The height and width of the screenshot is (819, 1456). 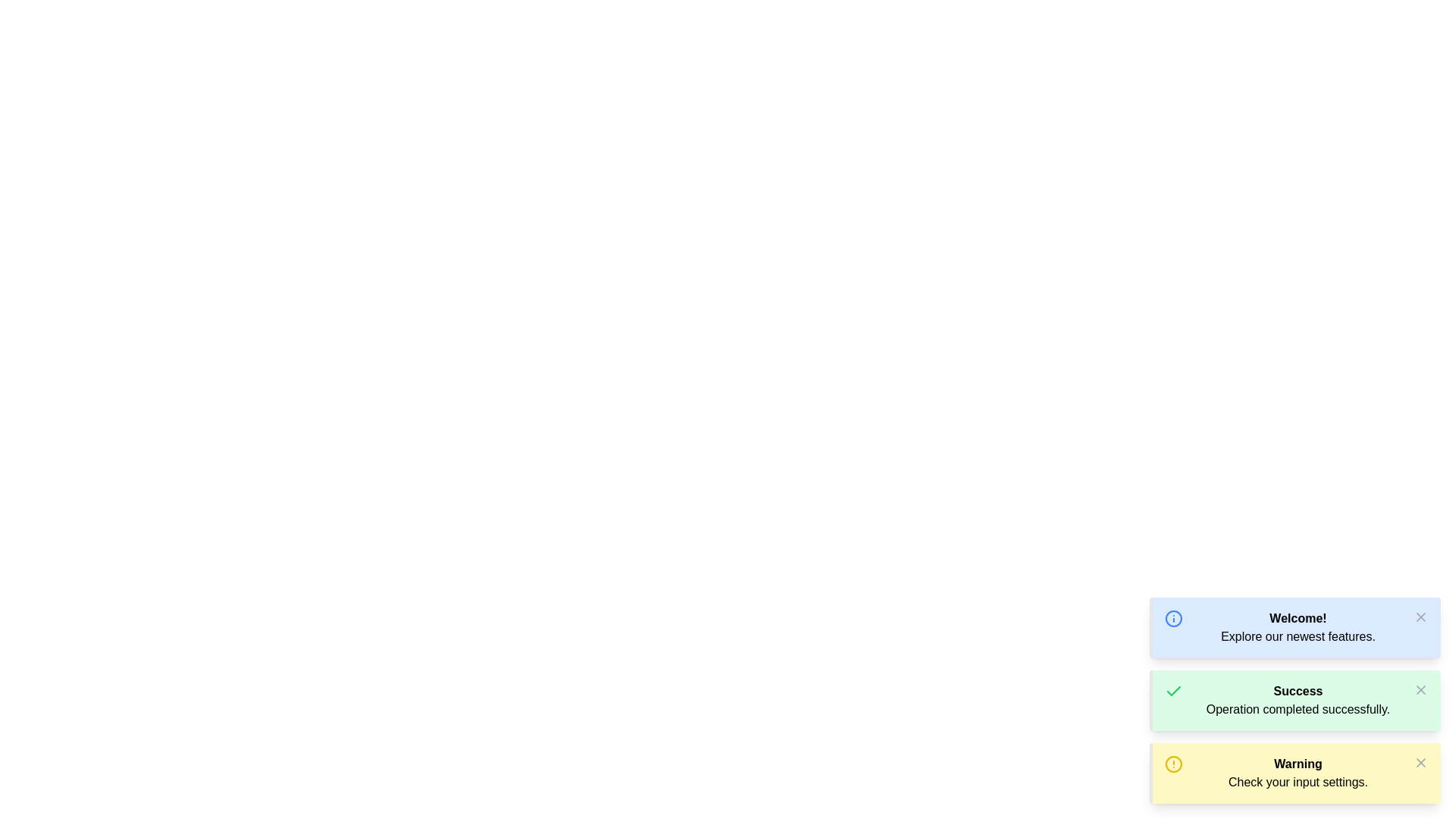 What do you see at coordinates (1173, 619) in the screenshot?
I see `the circular information icon styled as an 'i' within a blue circle, located at the top-left corner of the blue notification card that contains the text 'Welcome! Explore our newest features.'` at bounding box center [1173, 619].